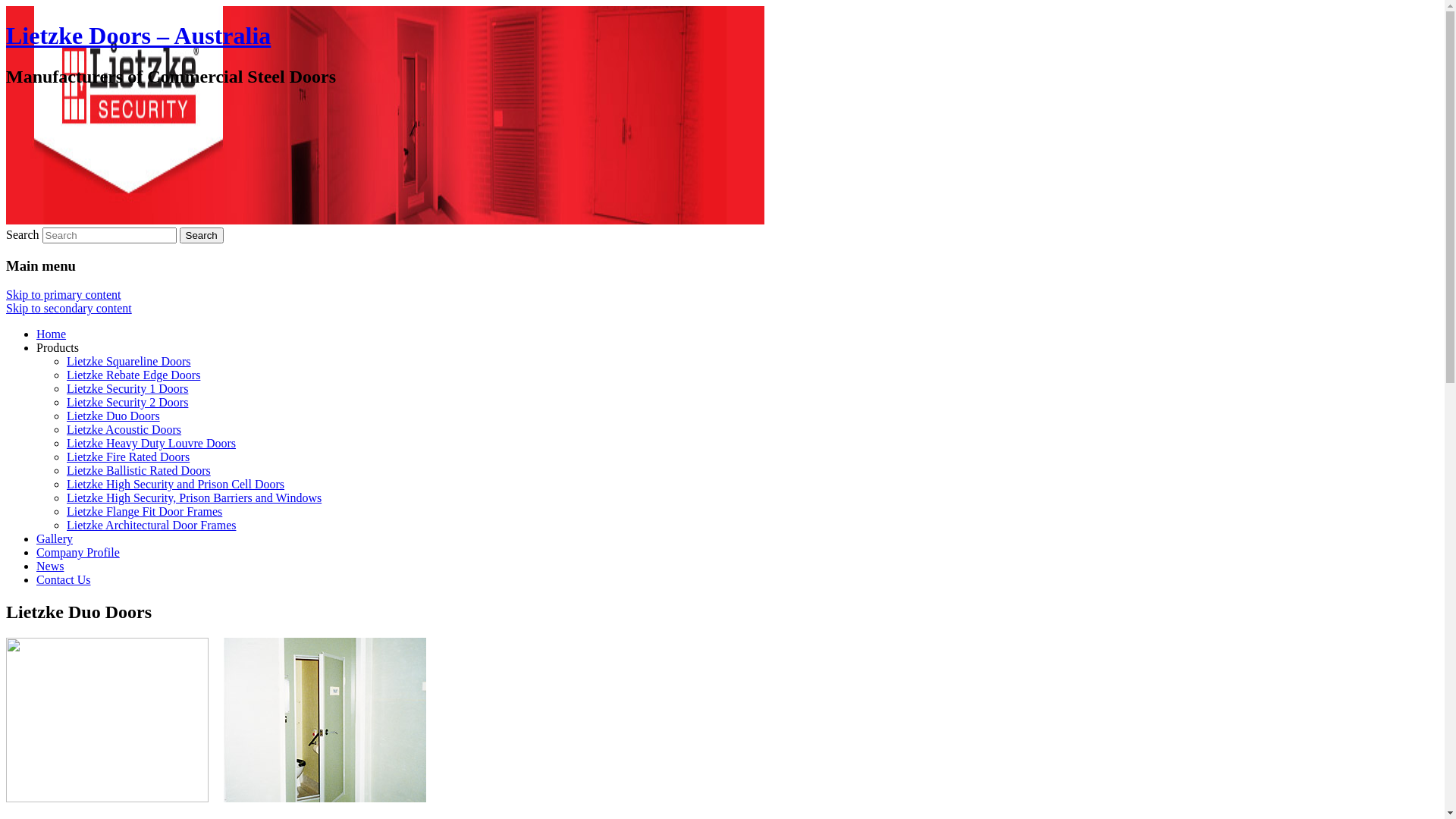 The image size is (1456, 819). Describe the element at coordinates (77, 552) in the screenshot. I see `'Company Profile'` at that location.